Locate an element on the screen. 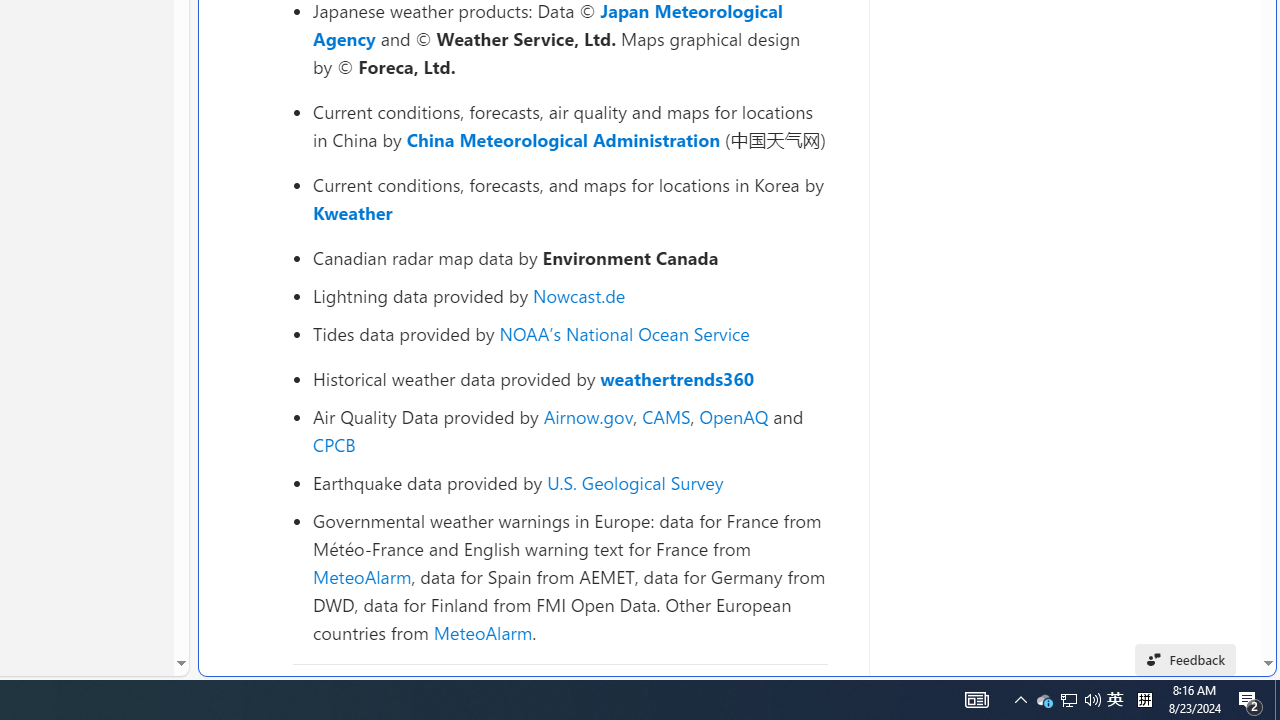  'Canadian radar map data by Environment Canada' is located at coordinates (569, 257).